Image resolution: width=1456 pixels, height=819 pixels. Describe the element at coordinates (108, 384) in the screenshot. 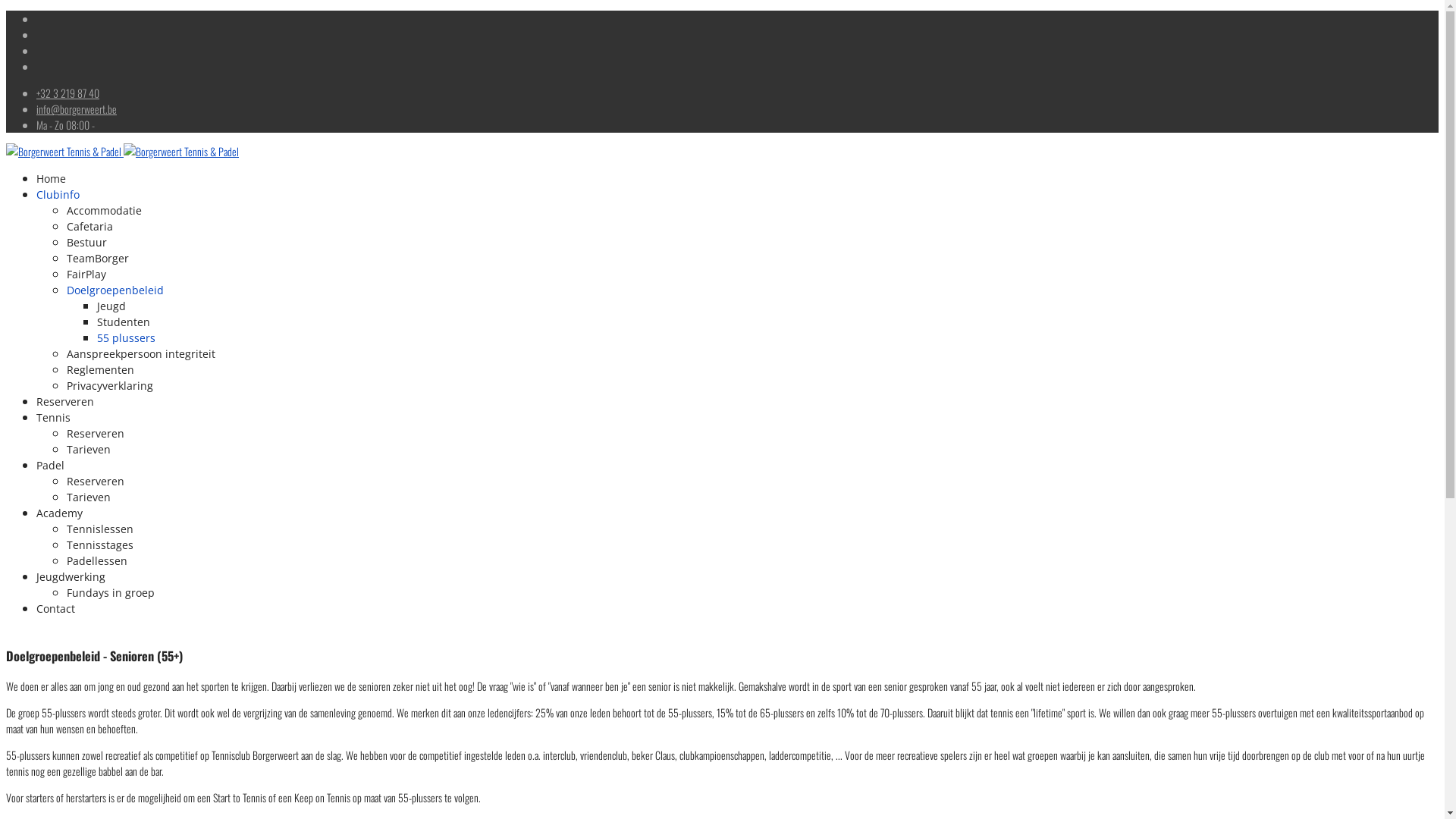

I see `'Privacyverklaring'` at that location.